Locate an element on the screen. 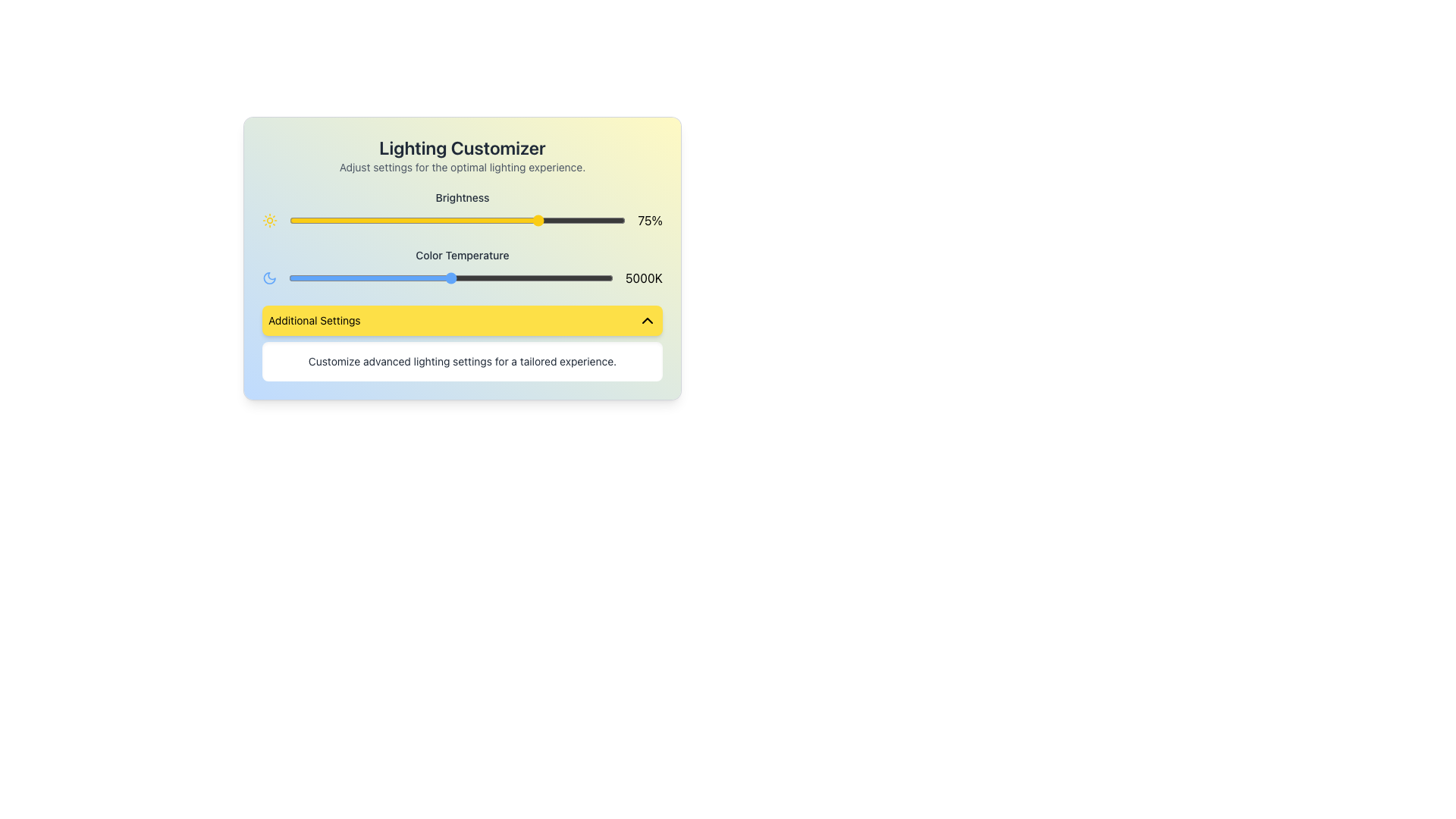 The width and height of the screenshot is (1456, 819). the brightness level is located at coordinates (544, 220).